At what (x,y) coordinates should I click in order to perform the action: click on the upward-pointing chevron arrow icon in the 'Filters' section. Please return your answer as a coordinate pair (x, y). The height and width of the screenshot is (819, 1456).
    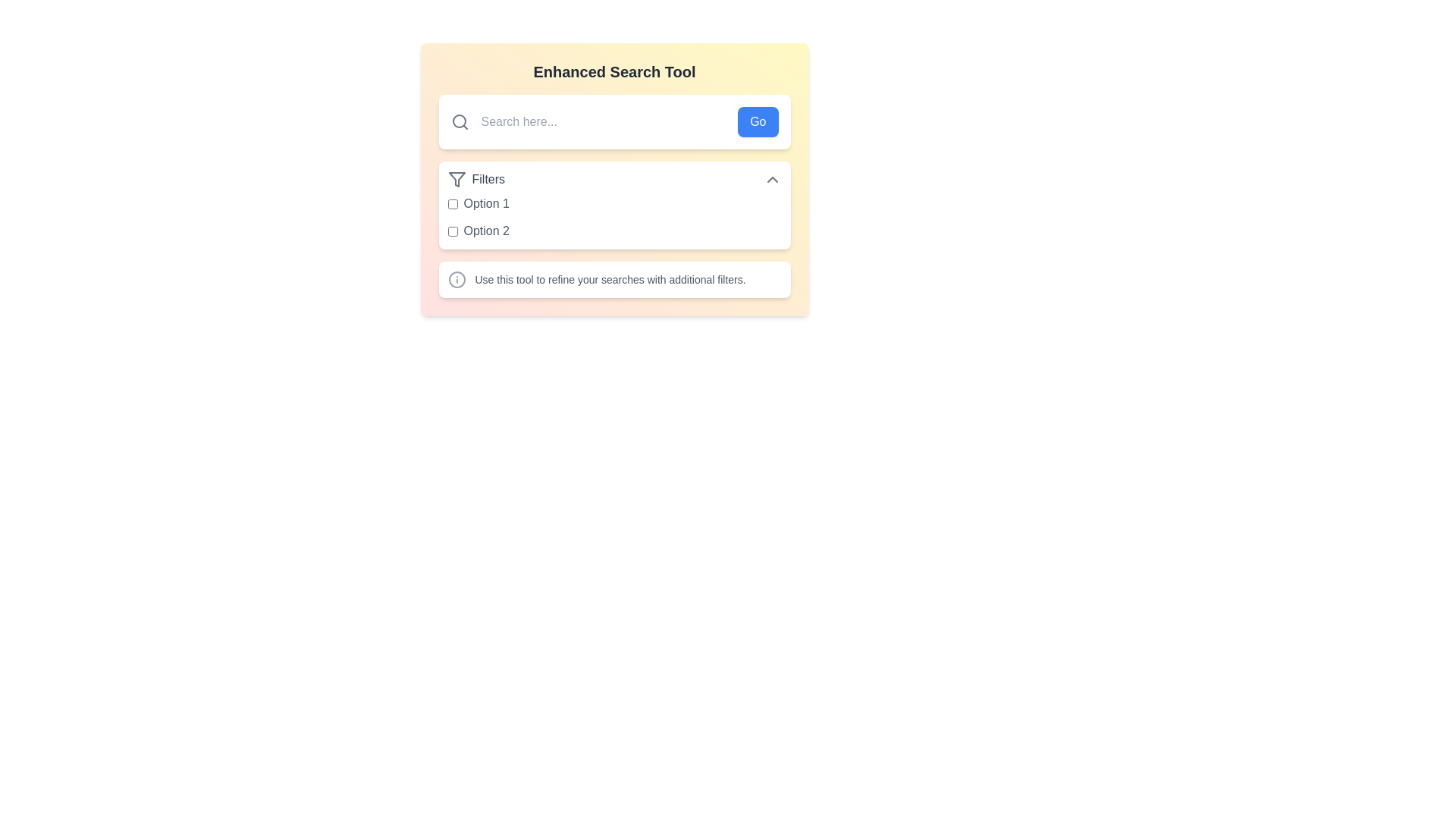
    Looking at the image, I should click on (772, 178).